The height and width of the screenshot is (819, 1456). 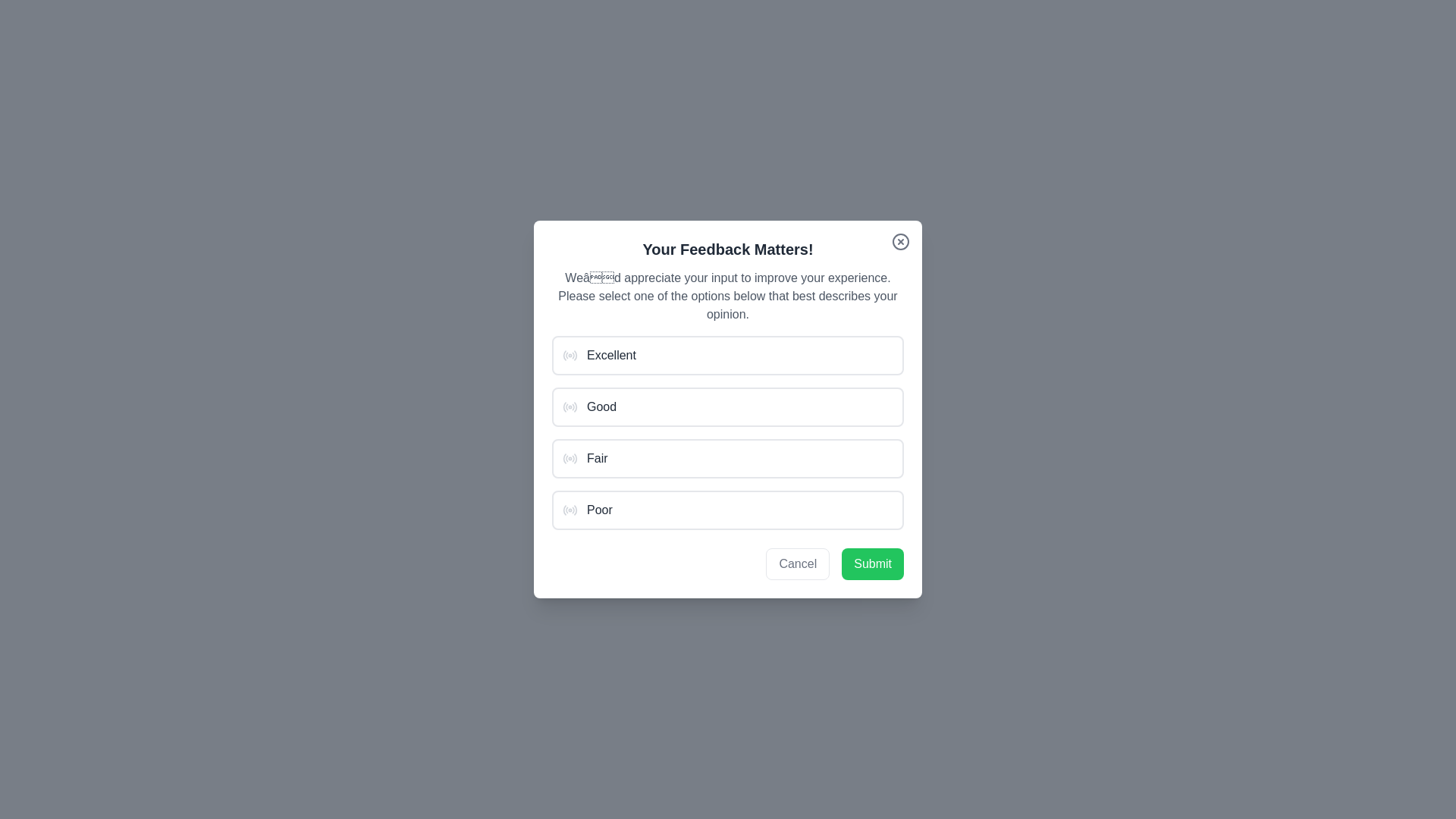 I want to click on the option 'Good' from the list, so click(x=728, y=406).